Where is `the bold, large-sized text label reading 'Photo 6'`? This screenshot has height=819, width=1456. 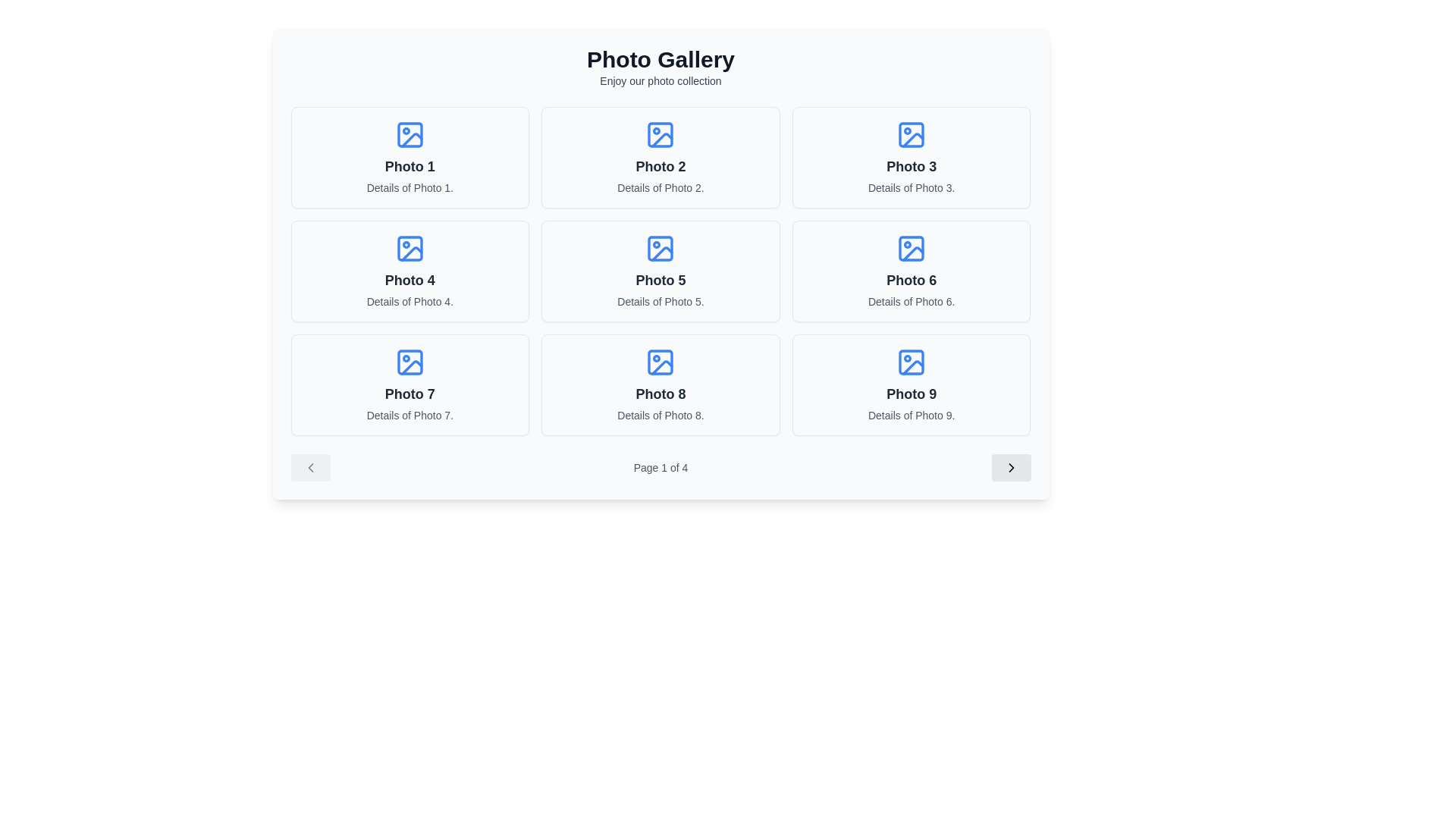
the bold, large-sized text label reading 'Photo 6' is located at coordinates (911, 281).